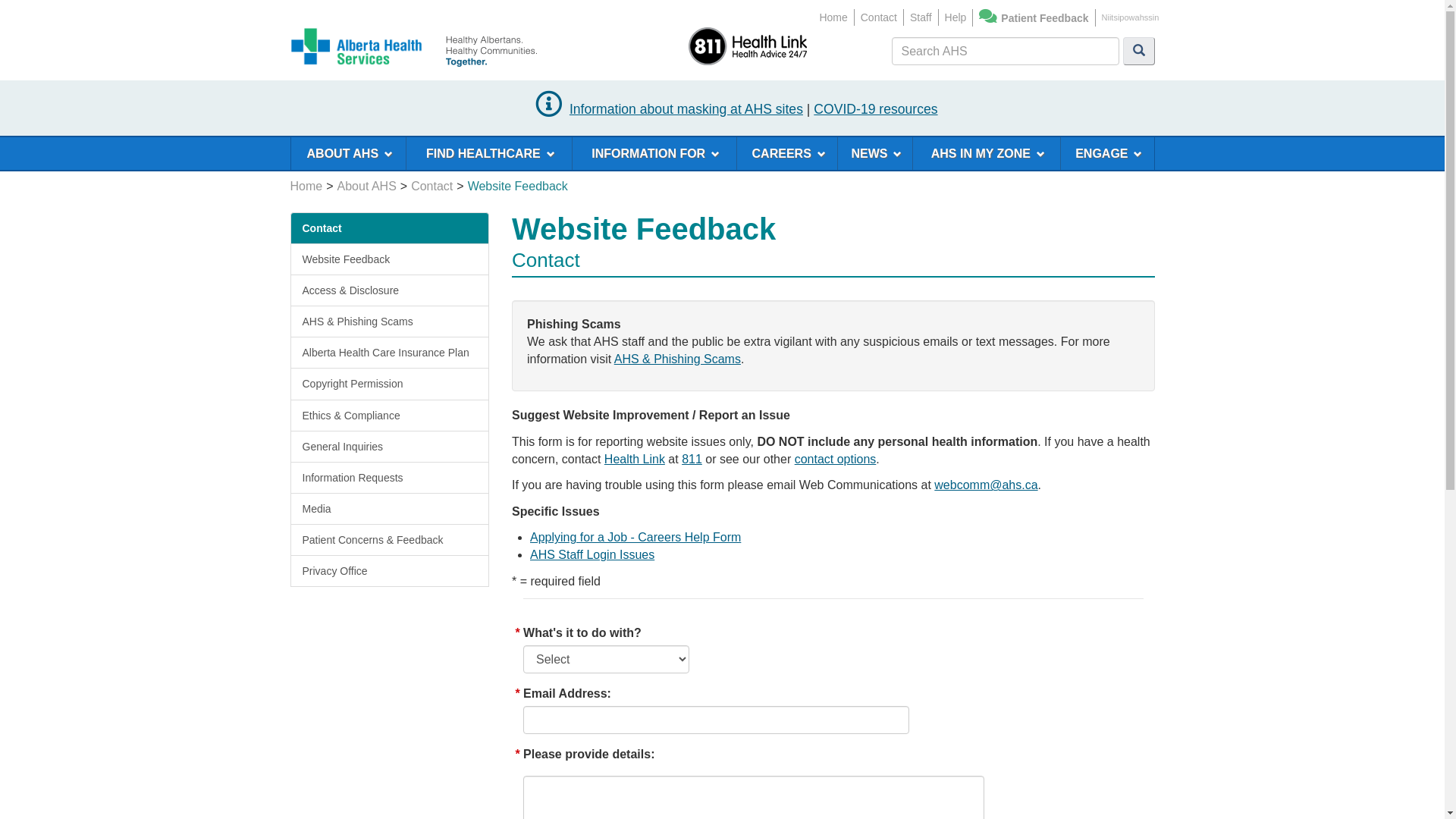 This screenshot has width=1456, height=819. Describe the element at coordinates (389, 353) in the screenshot. I see `'Alberta Health Care Insurance Plan'` at that location.